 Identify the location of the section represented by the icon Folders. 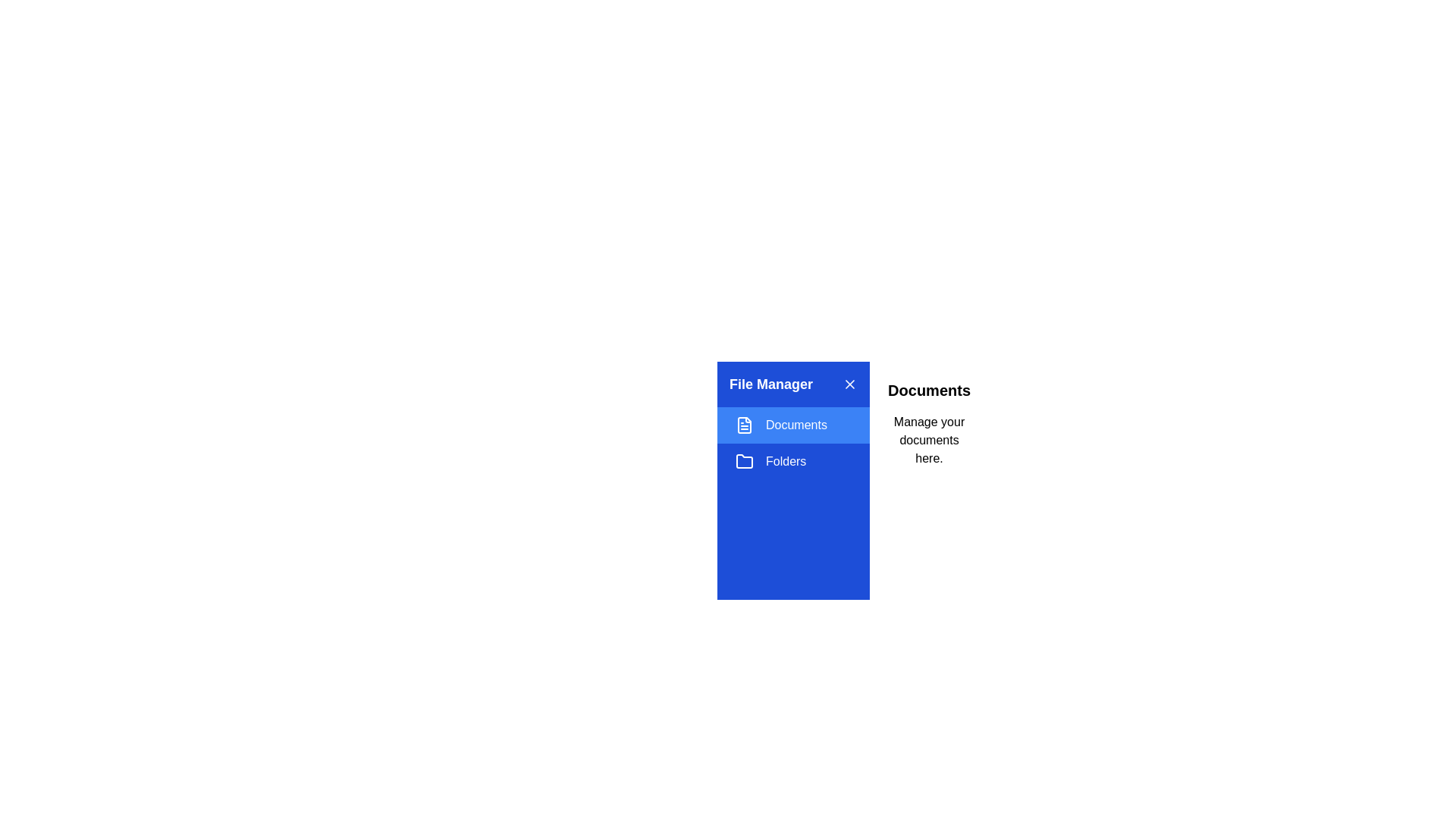
(745, 461).